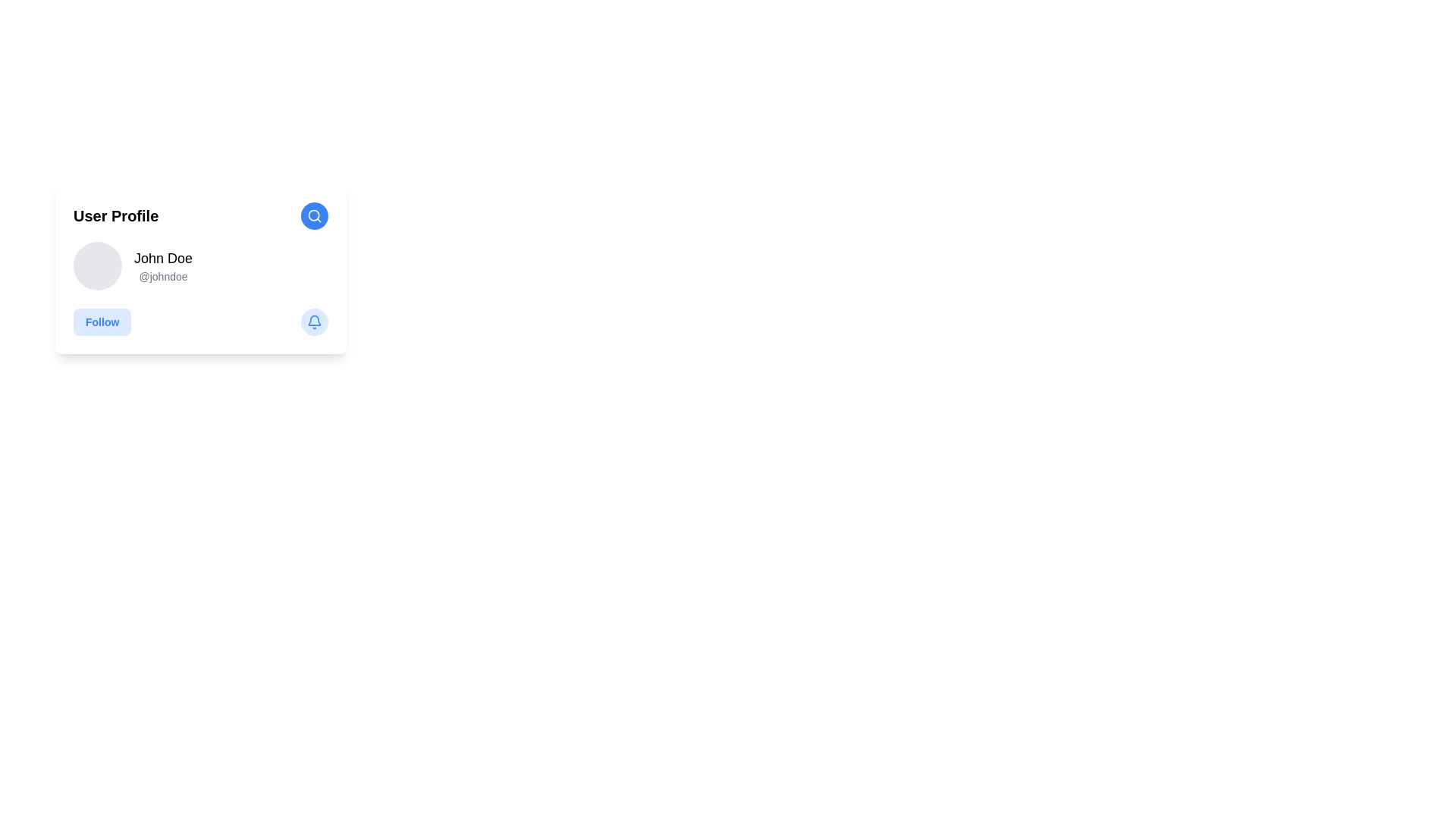  Describe the element at coordinates (313, 216) in the screenshot. I see `the blue magnifying glass icon located in the upper-right corner of the user profile card` at that location.